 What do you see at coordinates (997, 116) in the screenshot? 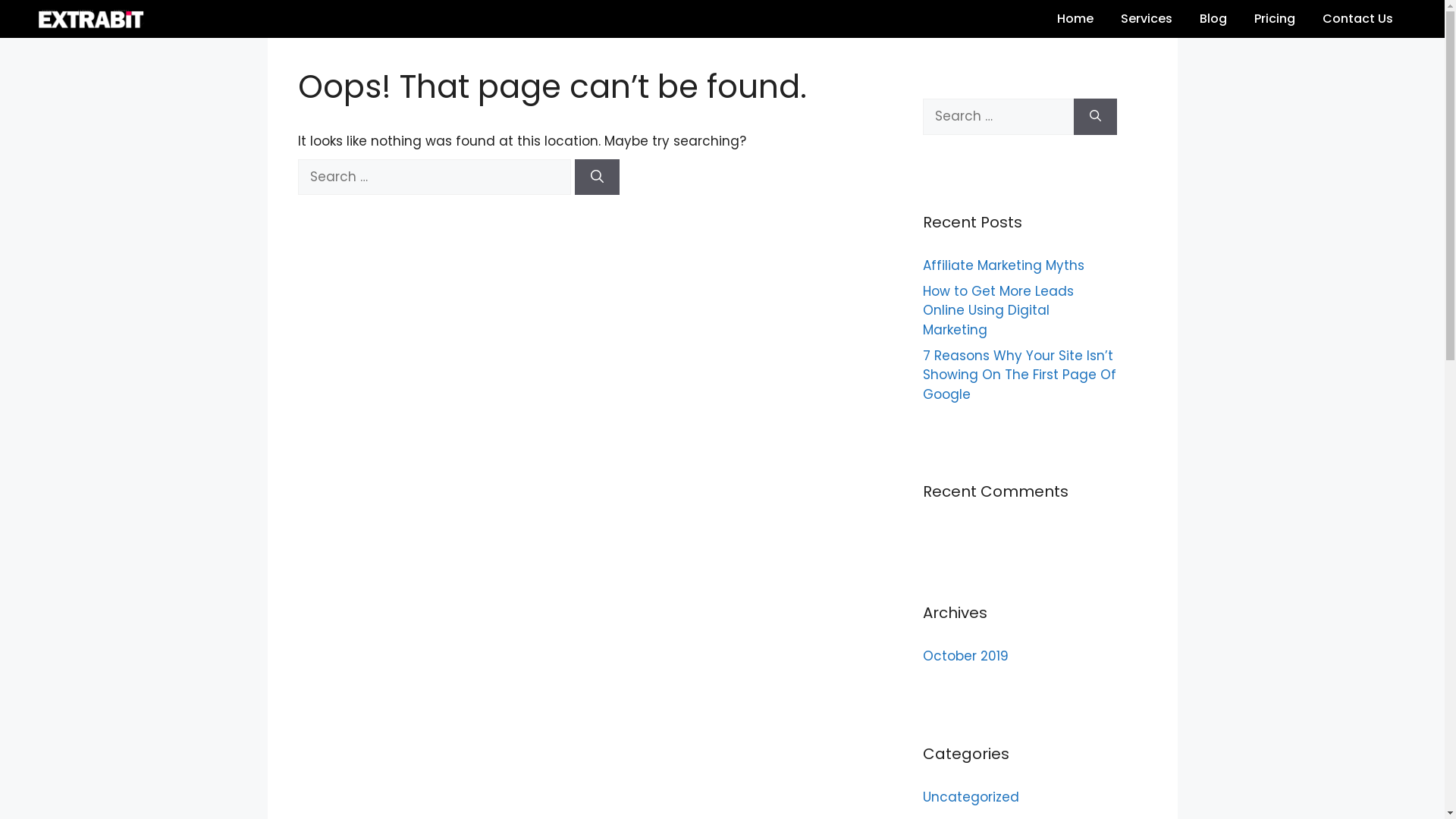
I see `'Search for:'` at bounding box center [997, 116].